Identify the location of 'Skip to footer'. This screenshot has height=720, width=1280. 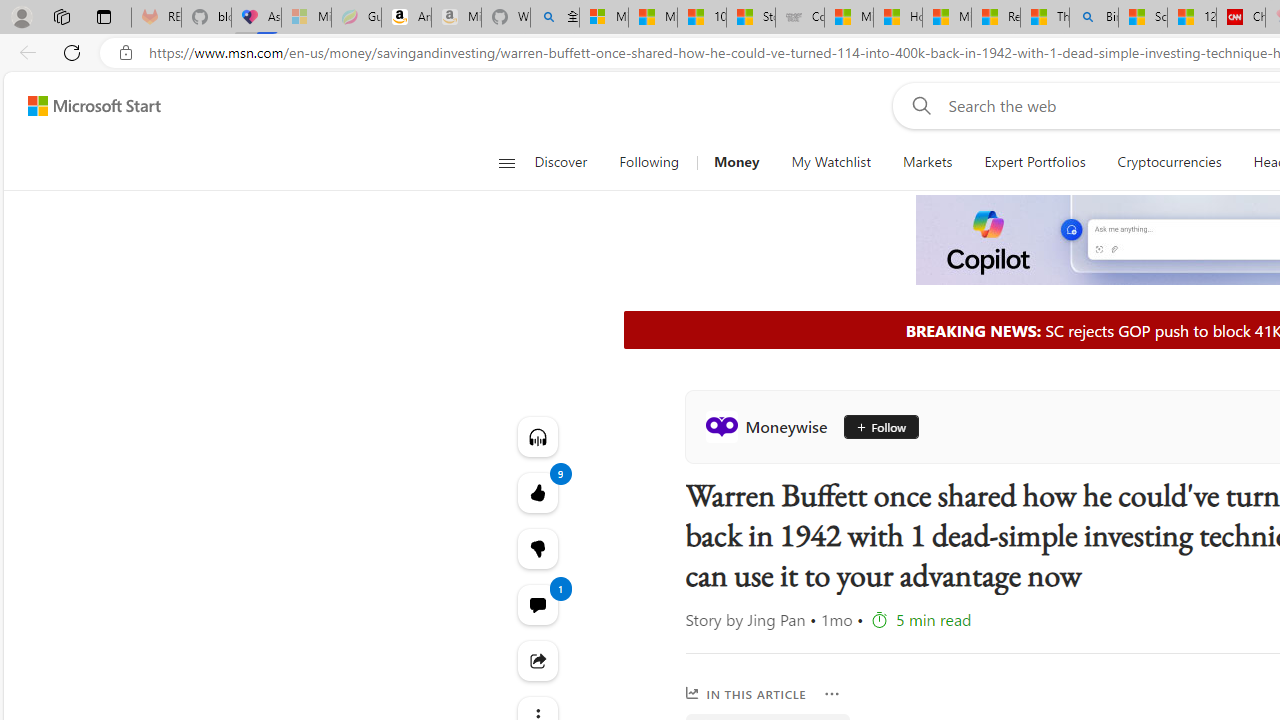
(81, 105).